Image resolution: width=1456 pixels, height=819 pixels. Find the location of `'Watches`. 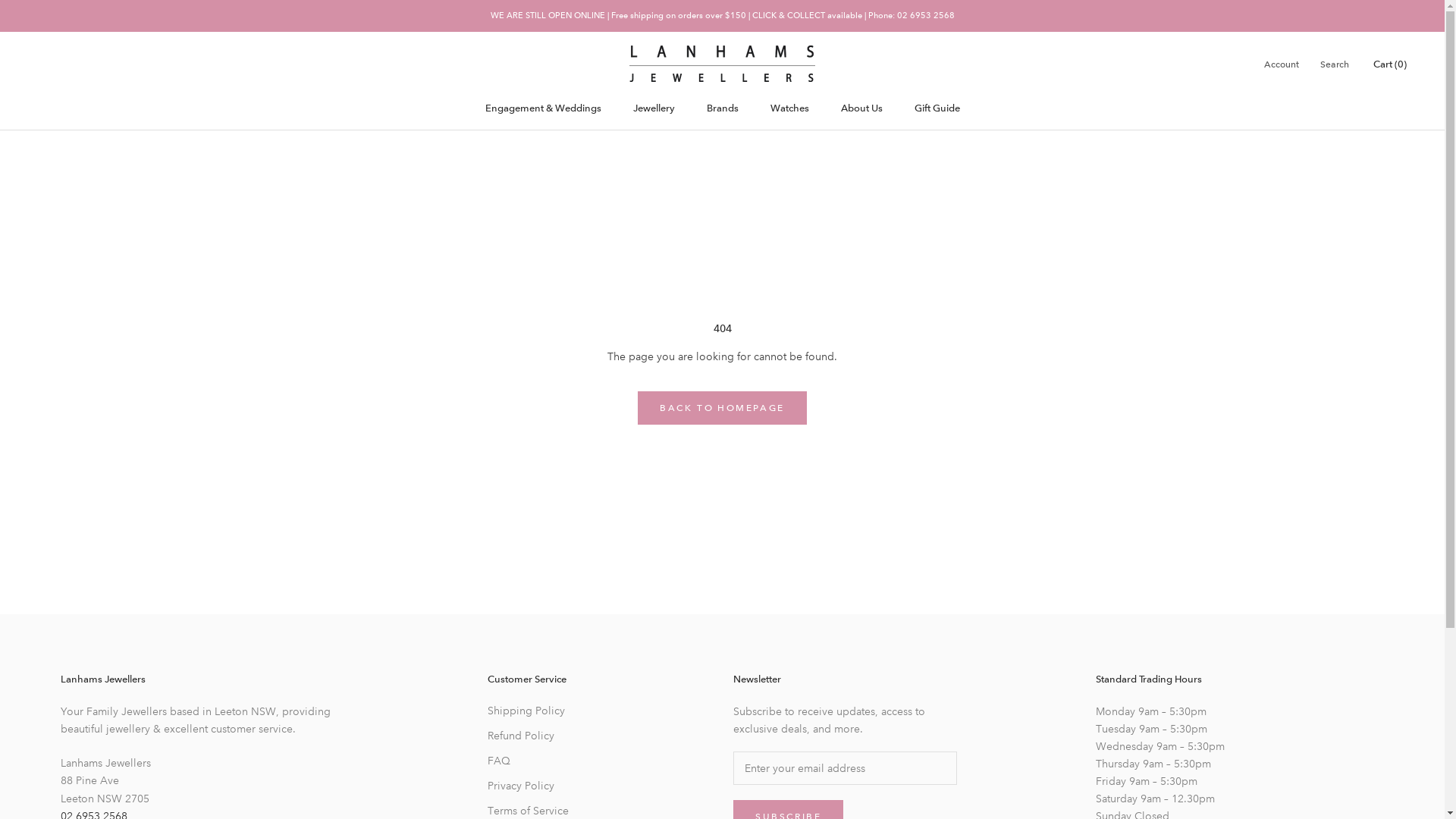

'Watches is located at coordinates (789, 107).